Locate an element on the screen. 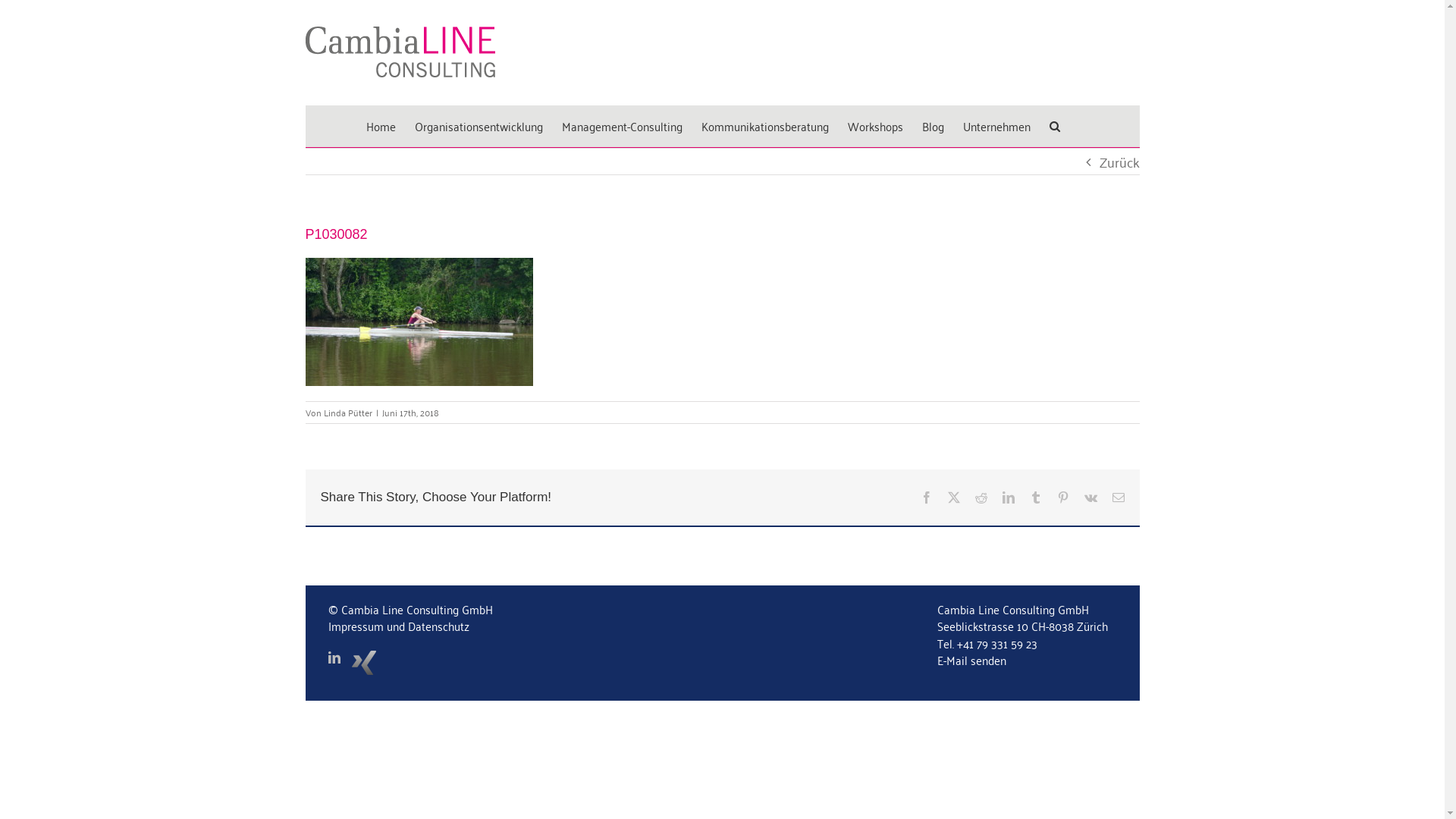 The width and height of the screenshot is (1456, 819). 'Facebook' is located at coordinates (926, 497).